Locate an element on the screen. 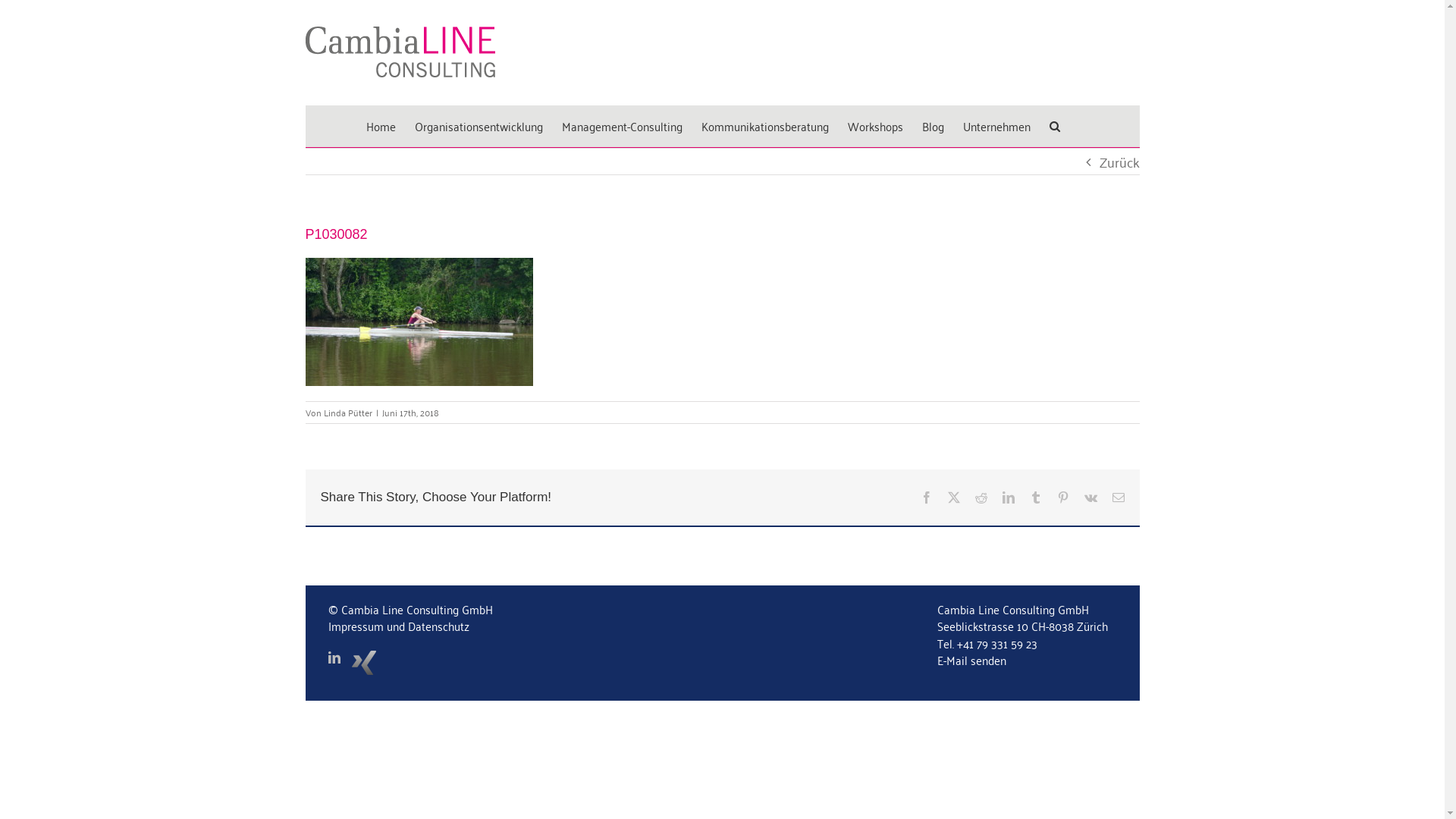 The width and height of the screenshot is (1456, 819). 'Facebook' is located at coordinates (926, 497).